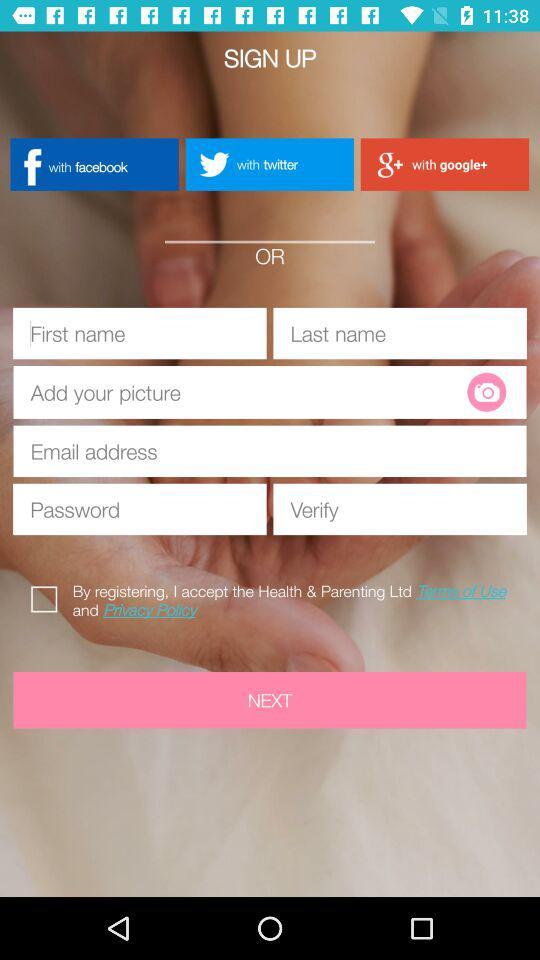 The height and width of the screenshot is (960, 540). What do you see at coordinates (138, 508) in the screenshot?
I see `passwords` at bounding box center [138, 508].